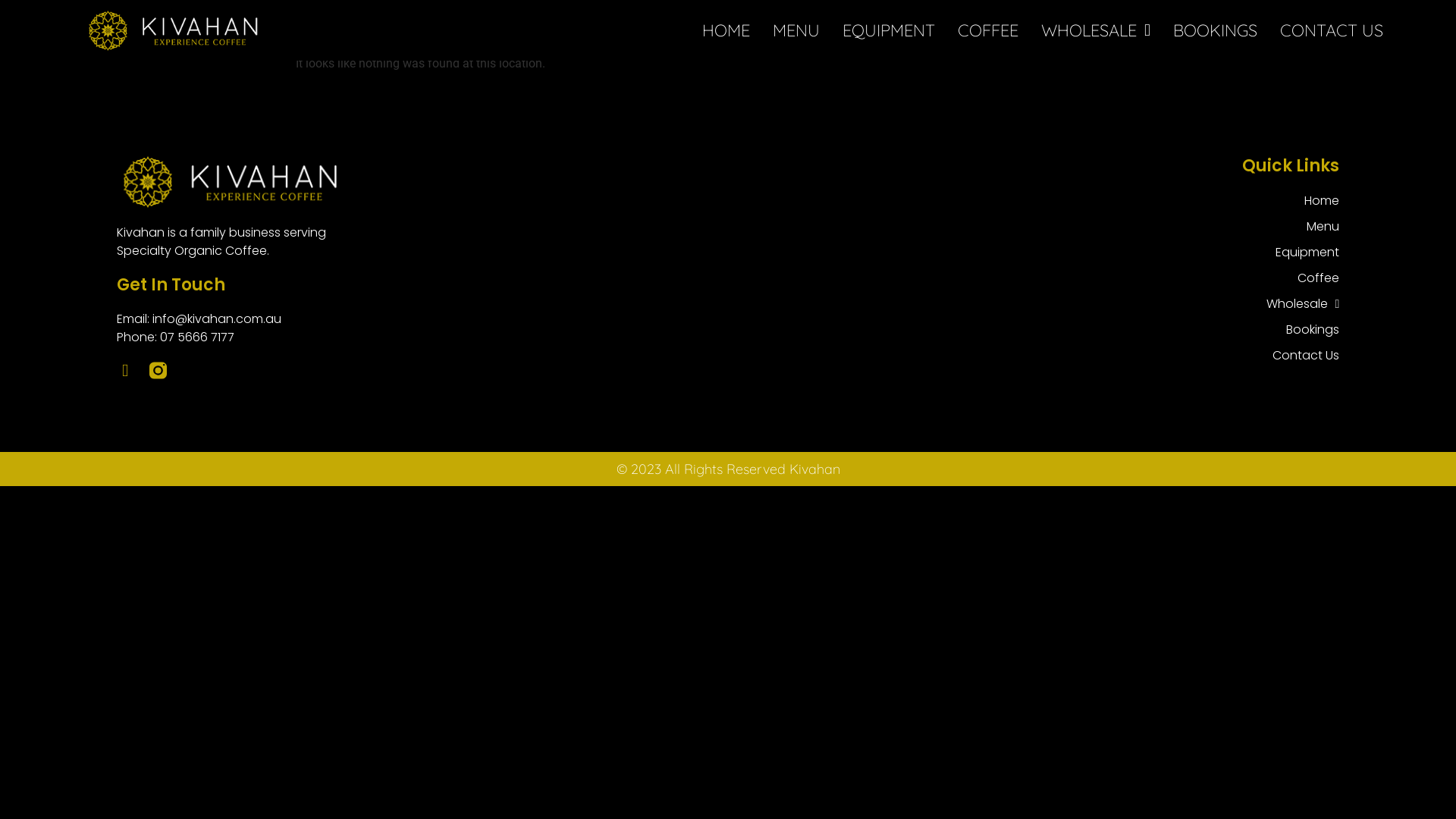  Describe the element at coordinates (1302, 304) in the screenshot. I see `'Wholesale'` at that location.